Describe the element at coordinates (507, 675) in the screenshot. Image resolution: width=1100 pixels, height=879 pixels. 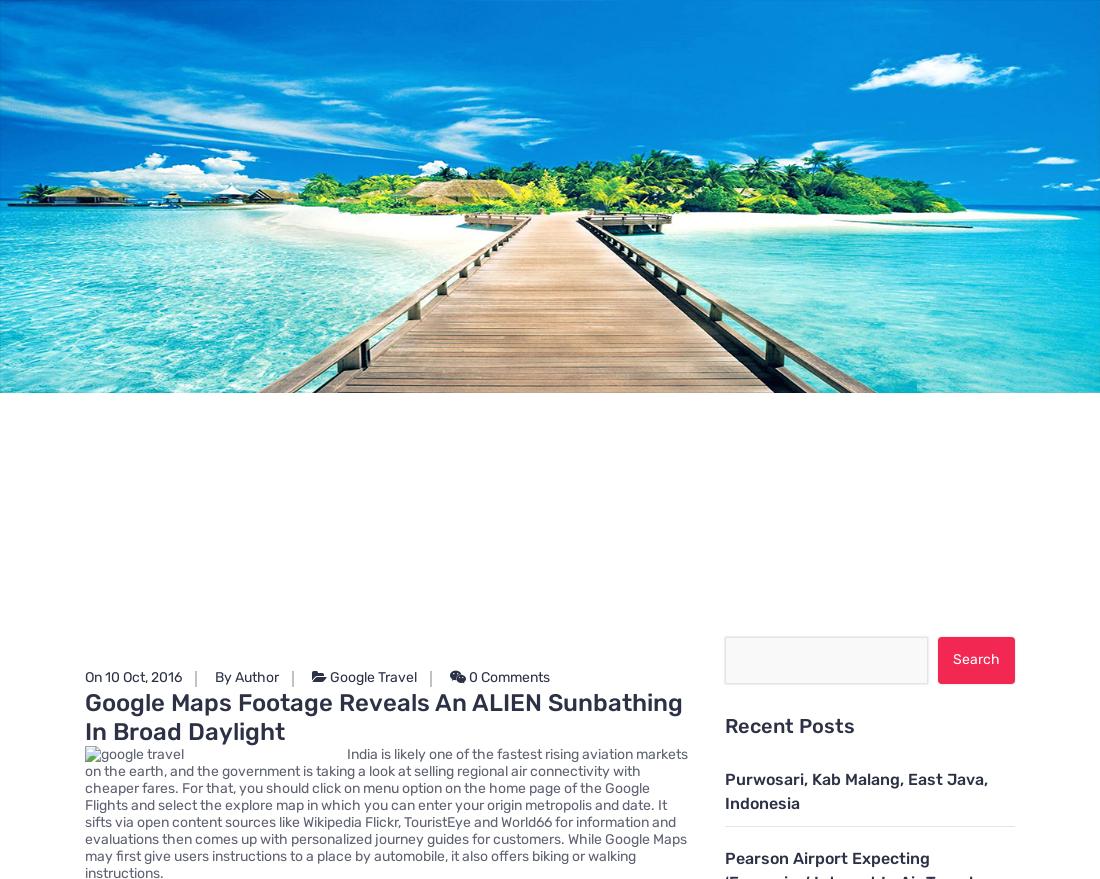
I see `'0 Comments'` at that location.